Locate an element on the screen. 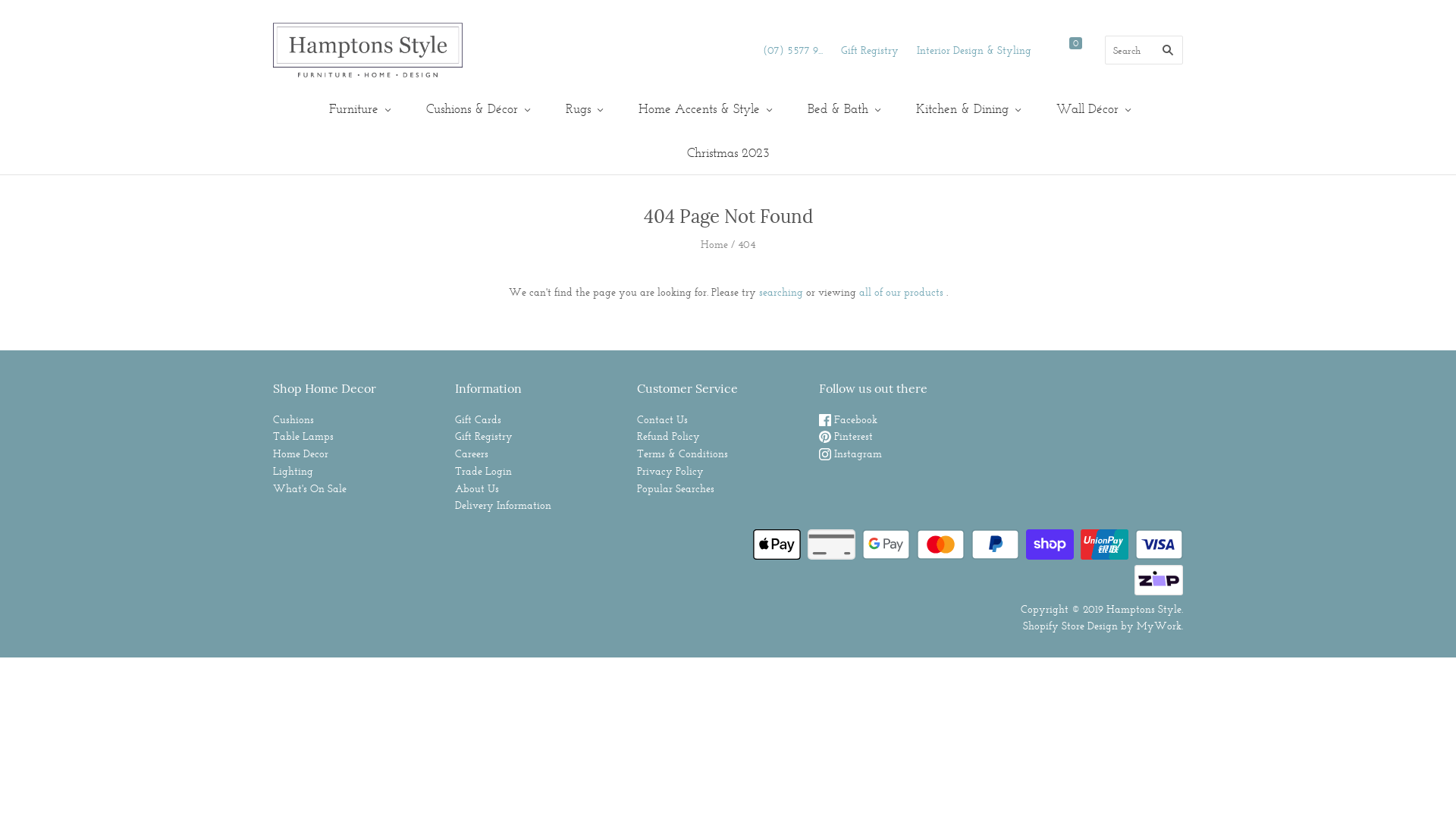 The image size is (1456, 819). 'Lighting' is located at coordinates (293, 470).